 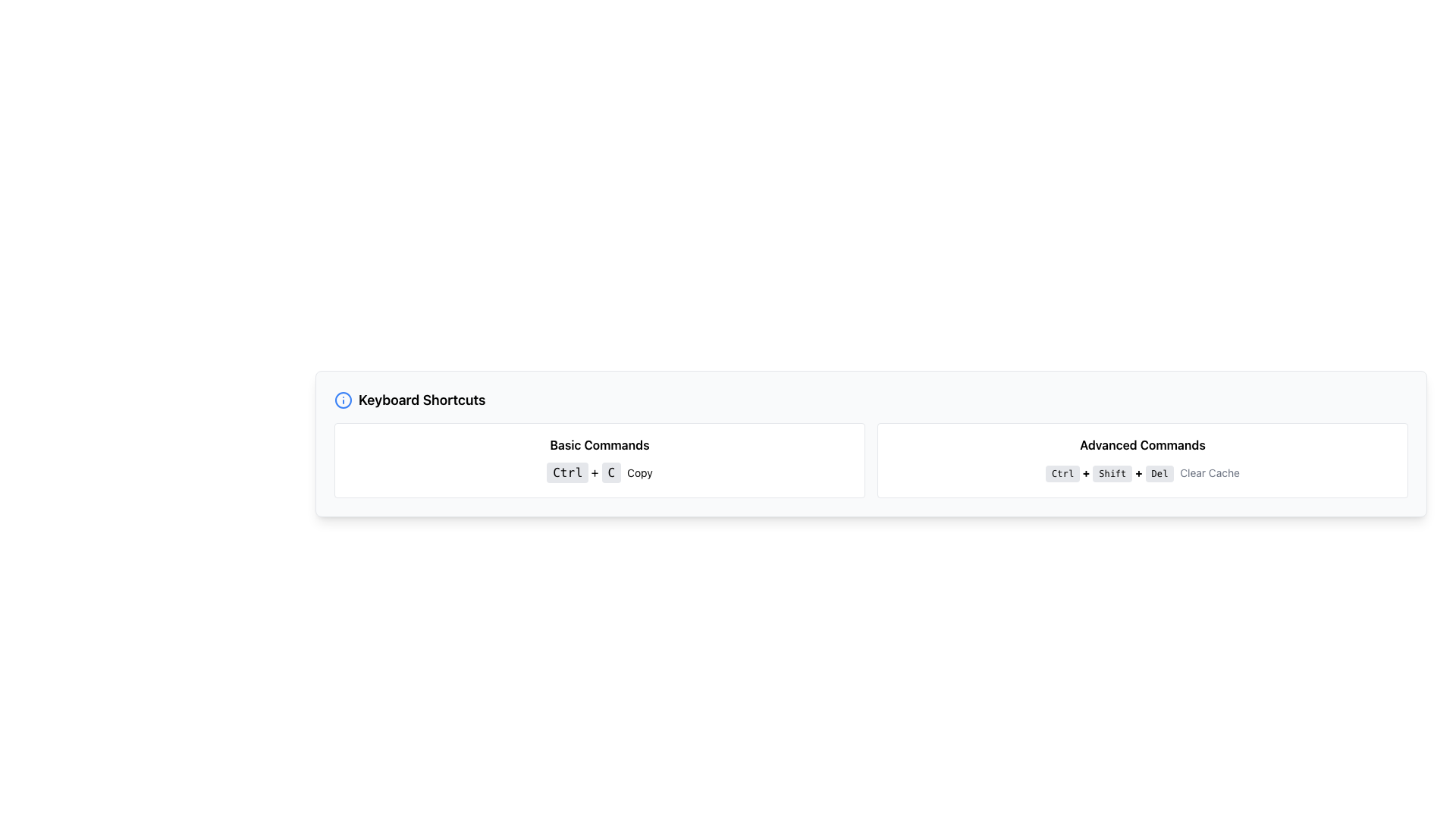 I want to click on the 'Ctrl' button-like label with a light gray background located in the 'Basic Commands' section of the interface, so click(x=566, y=472).